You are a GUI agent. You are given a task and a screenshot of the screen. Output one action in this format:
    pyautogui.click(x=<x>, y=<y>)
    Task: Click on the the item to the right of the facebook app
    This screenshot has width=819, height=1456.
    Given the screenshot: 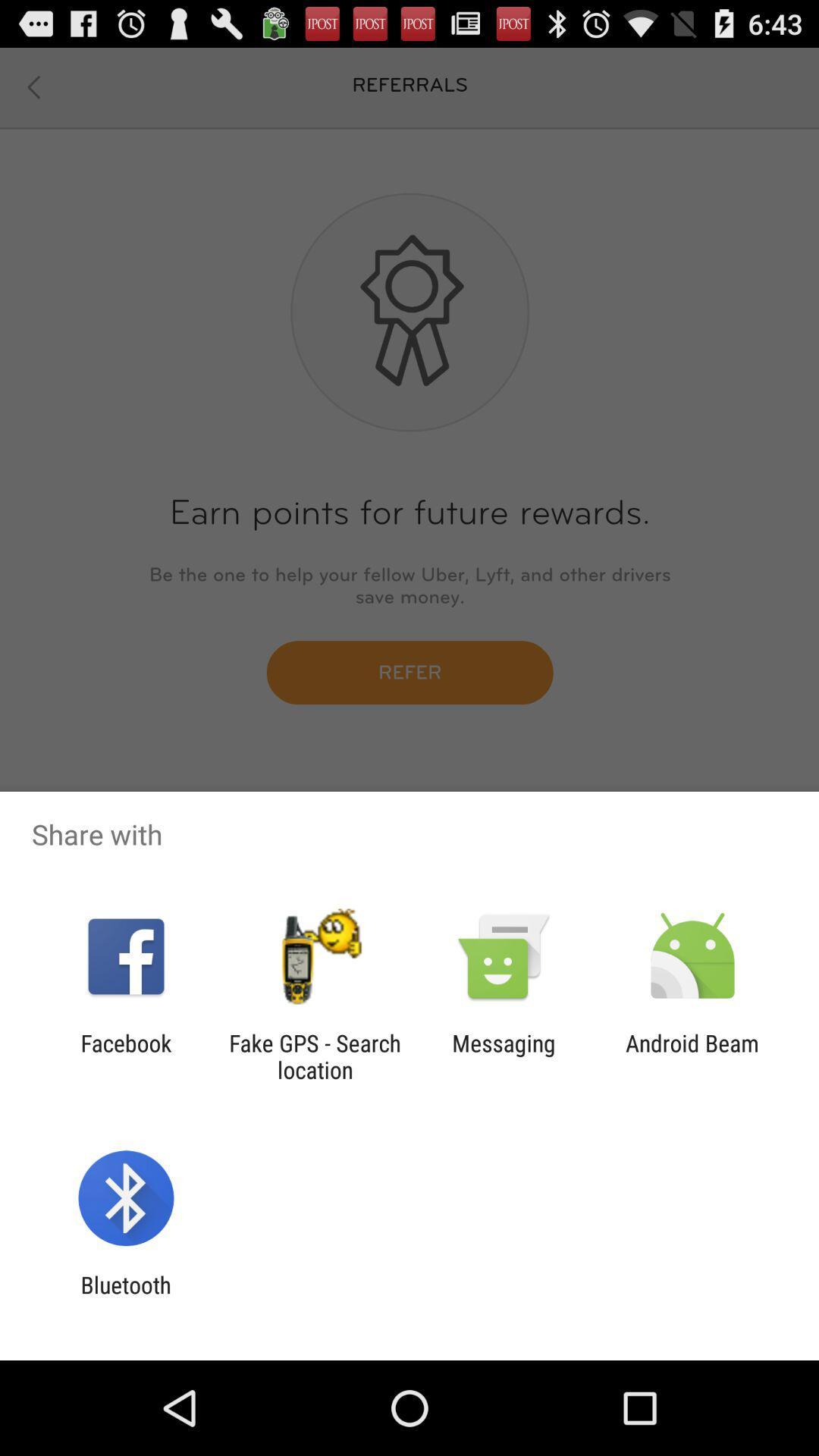 What is the action you would take?
    pyautogui.click(x=314, y=1056)
    